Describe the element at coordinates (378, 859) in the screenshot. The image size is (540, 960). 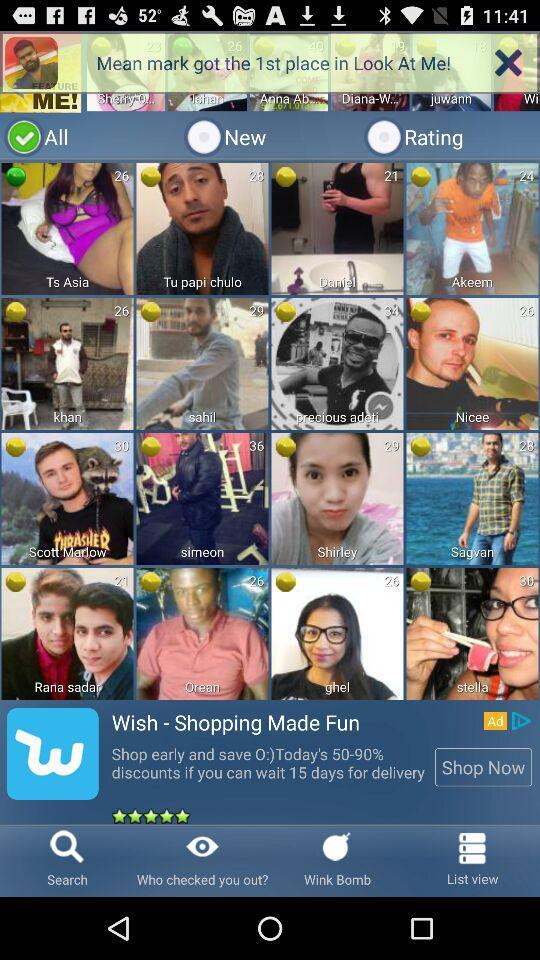
I see `the option which is to the left of the list view` at that location.